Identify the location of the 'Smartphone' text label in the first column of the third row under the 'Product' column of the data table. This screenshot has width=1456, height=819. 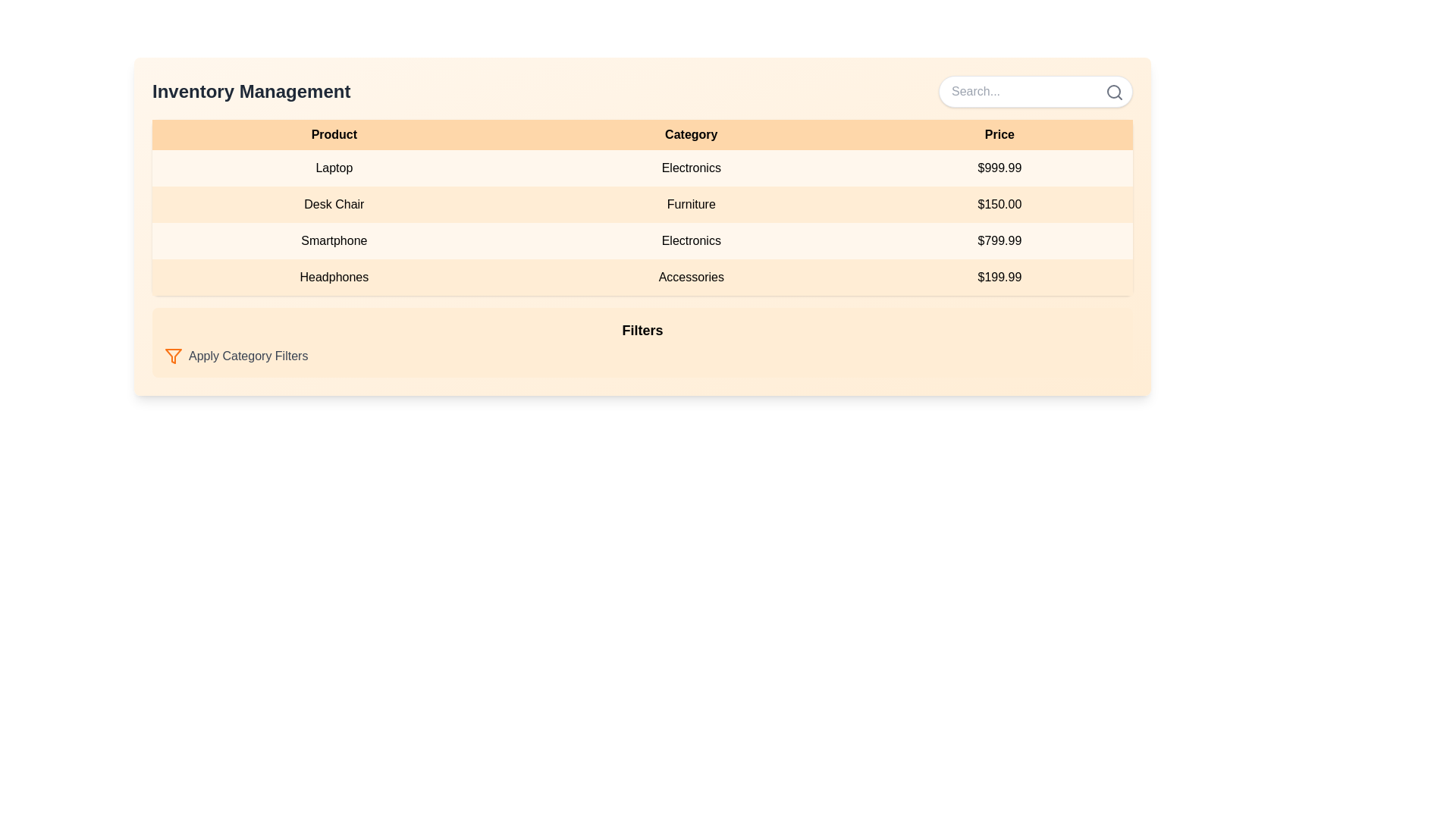
(333, 240).